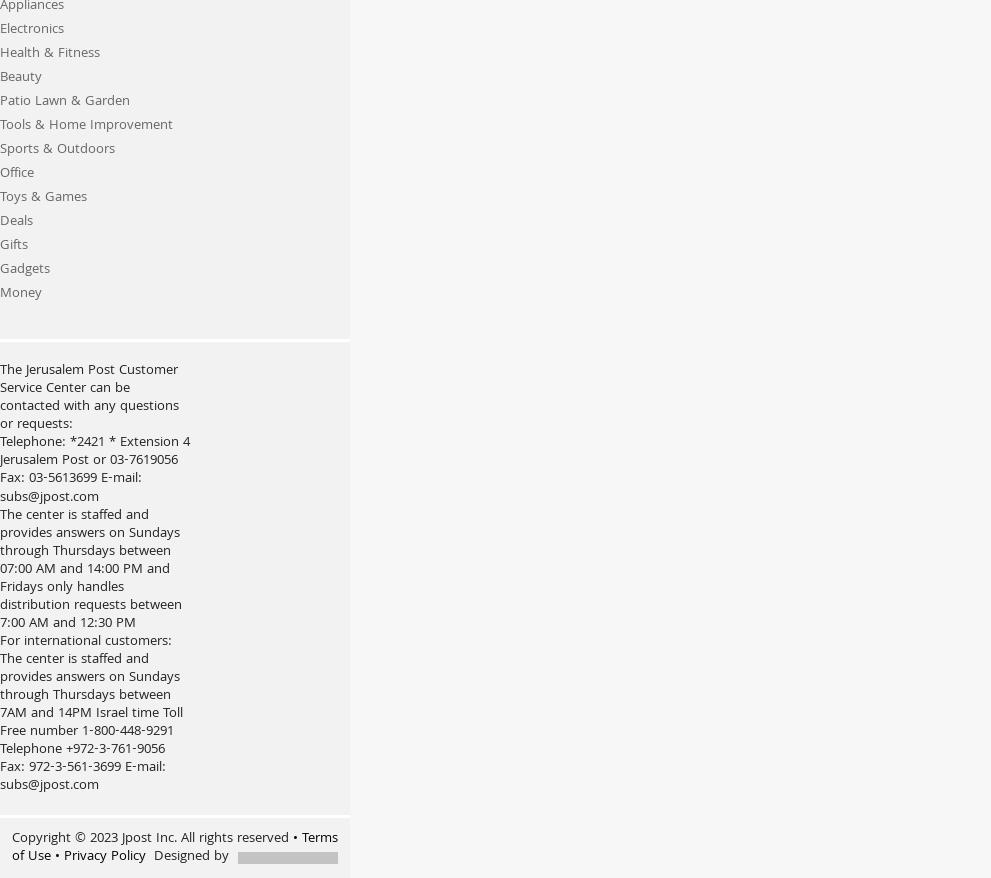 This screenshot has width=991, height=878. What do you see at coordinates (175, 847) in the screenshot?
I see `'• Terms of Use'` at bounding box center [175, 847].